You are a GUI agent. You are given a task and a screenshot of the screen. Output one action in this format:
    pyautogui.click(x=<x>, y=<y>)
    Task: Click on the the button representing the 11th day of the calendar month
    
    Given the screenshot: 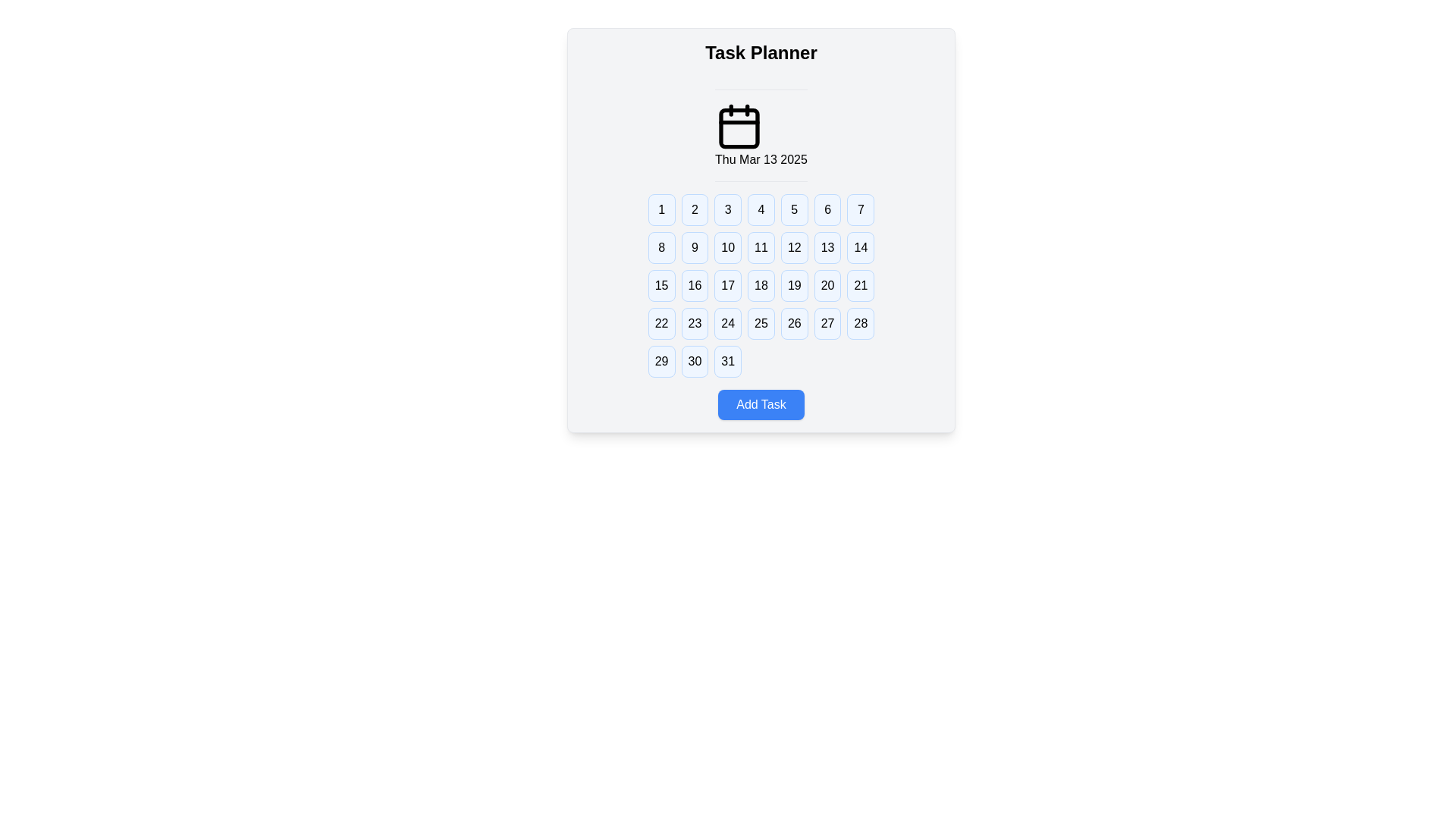 What is the action you would take?
    pyautogui.click(x=761, y=247)
    